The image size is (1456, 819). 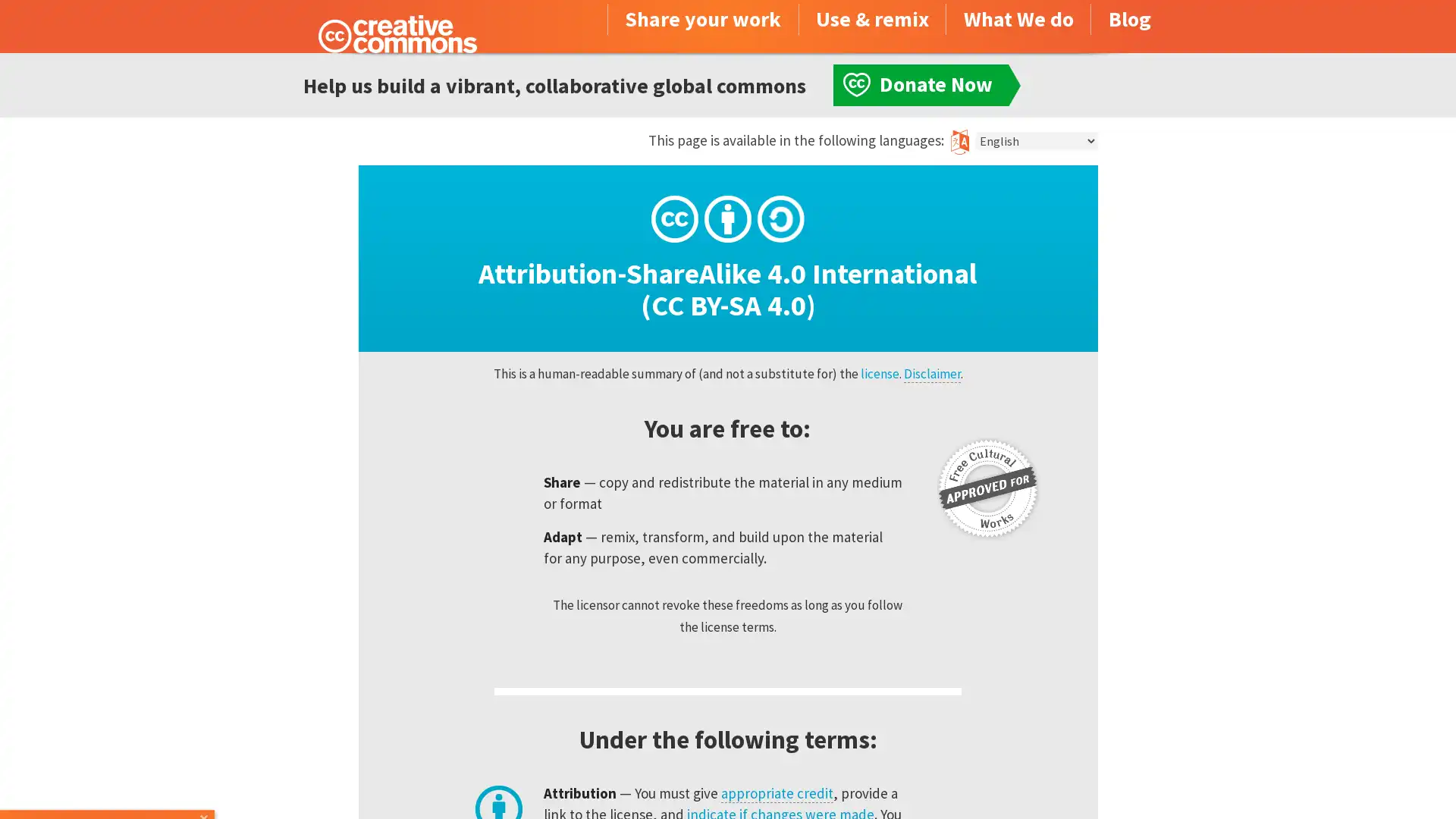 What do you see at coordinates (108, 778) in the screenshot?
I see `Donate Now` at bounding box center [108, 778].